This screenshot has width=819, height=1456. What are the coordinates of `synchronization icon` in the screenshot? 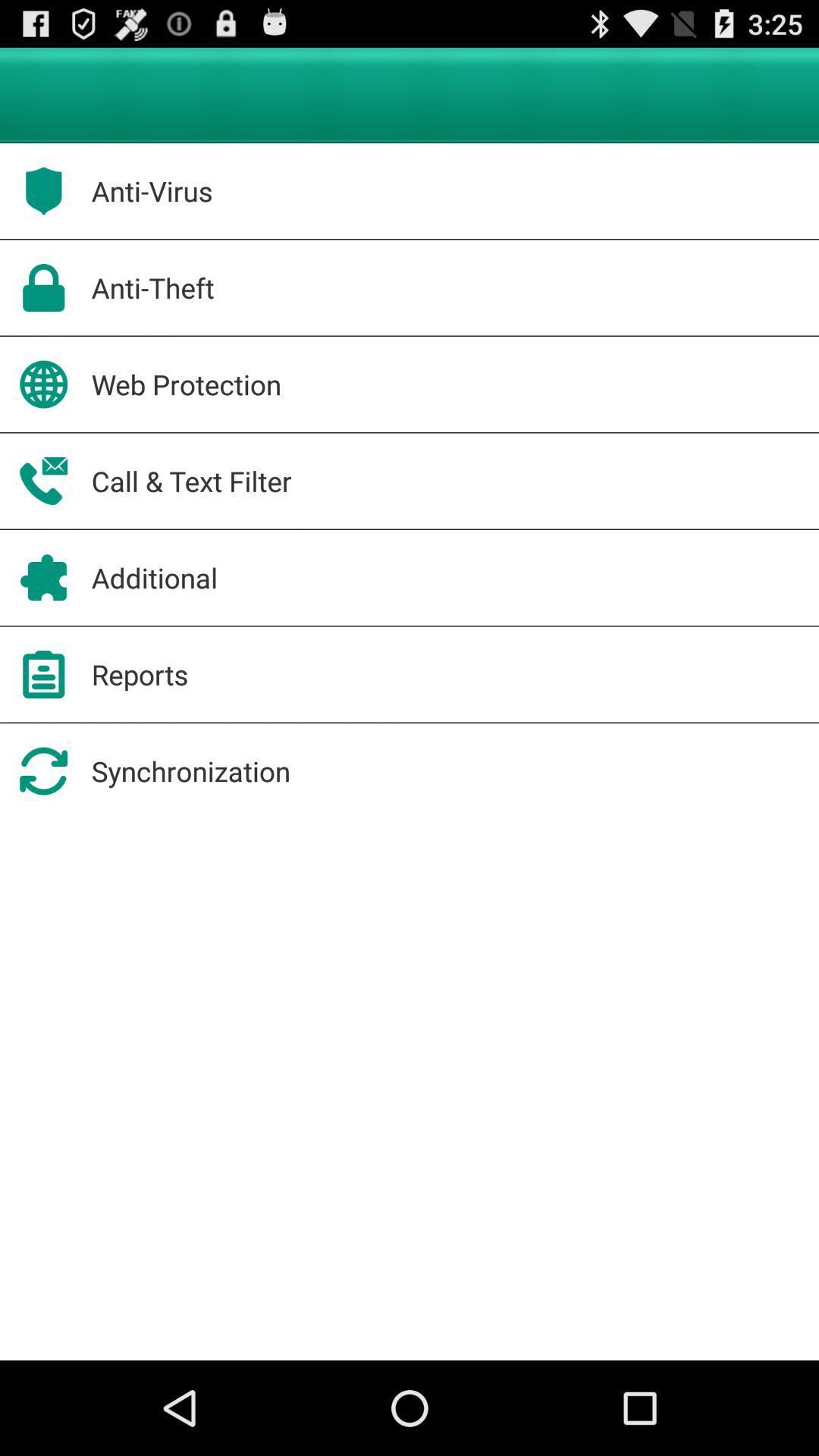 It's located at (190, 771).